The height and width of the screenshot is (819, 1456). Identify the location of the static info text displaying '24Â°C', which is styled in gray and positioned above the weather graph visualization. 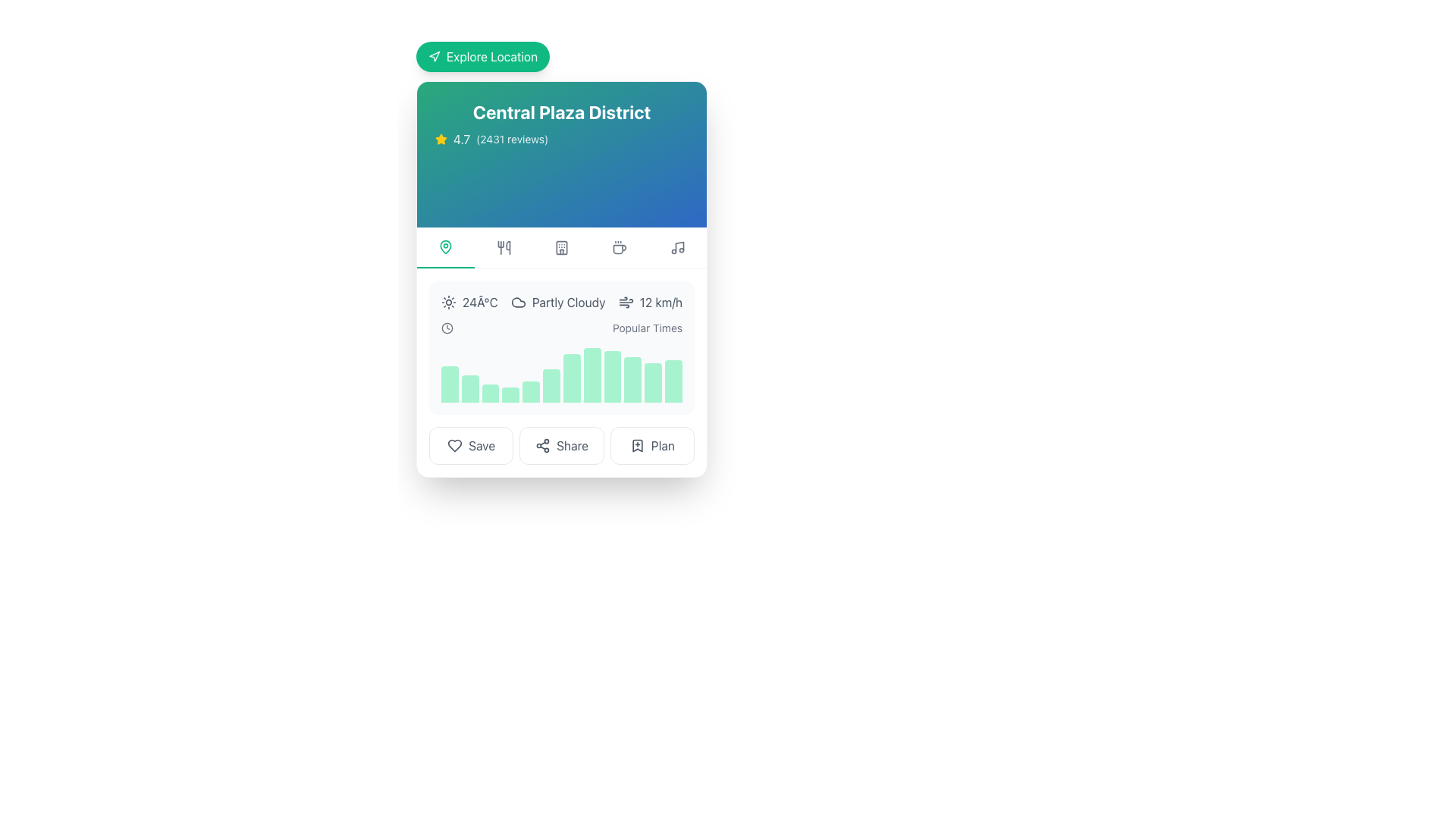
(479, 302).